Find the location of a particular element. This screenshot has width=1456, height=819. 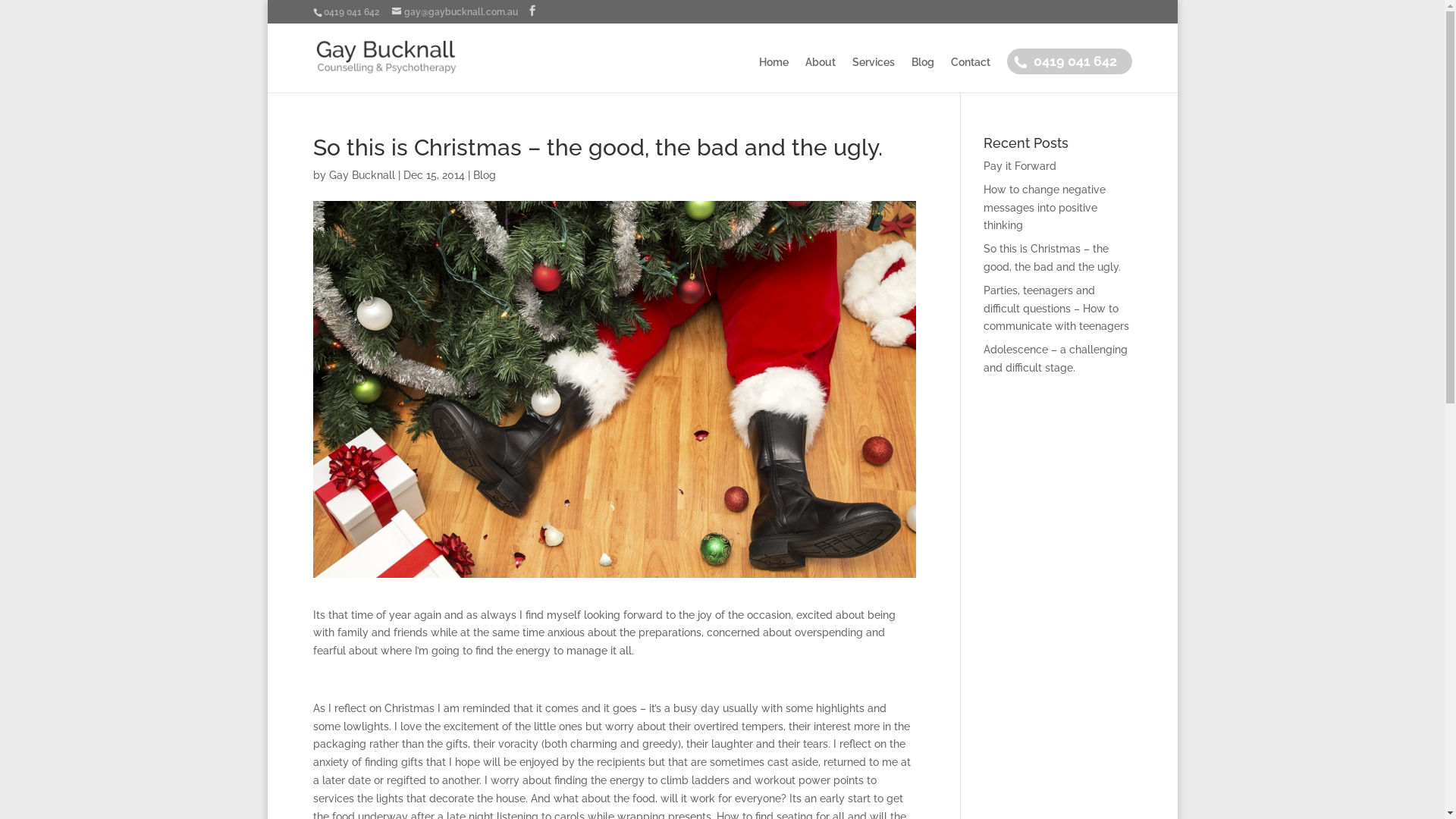

'gay@gaybucknall.com.au' is located at coordinates (453, 11).